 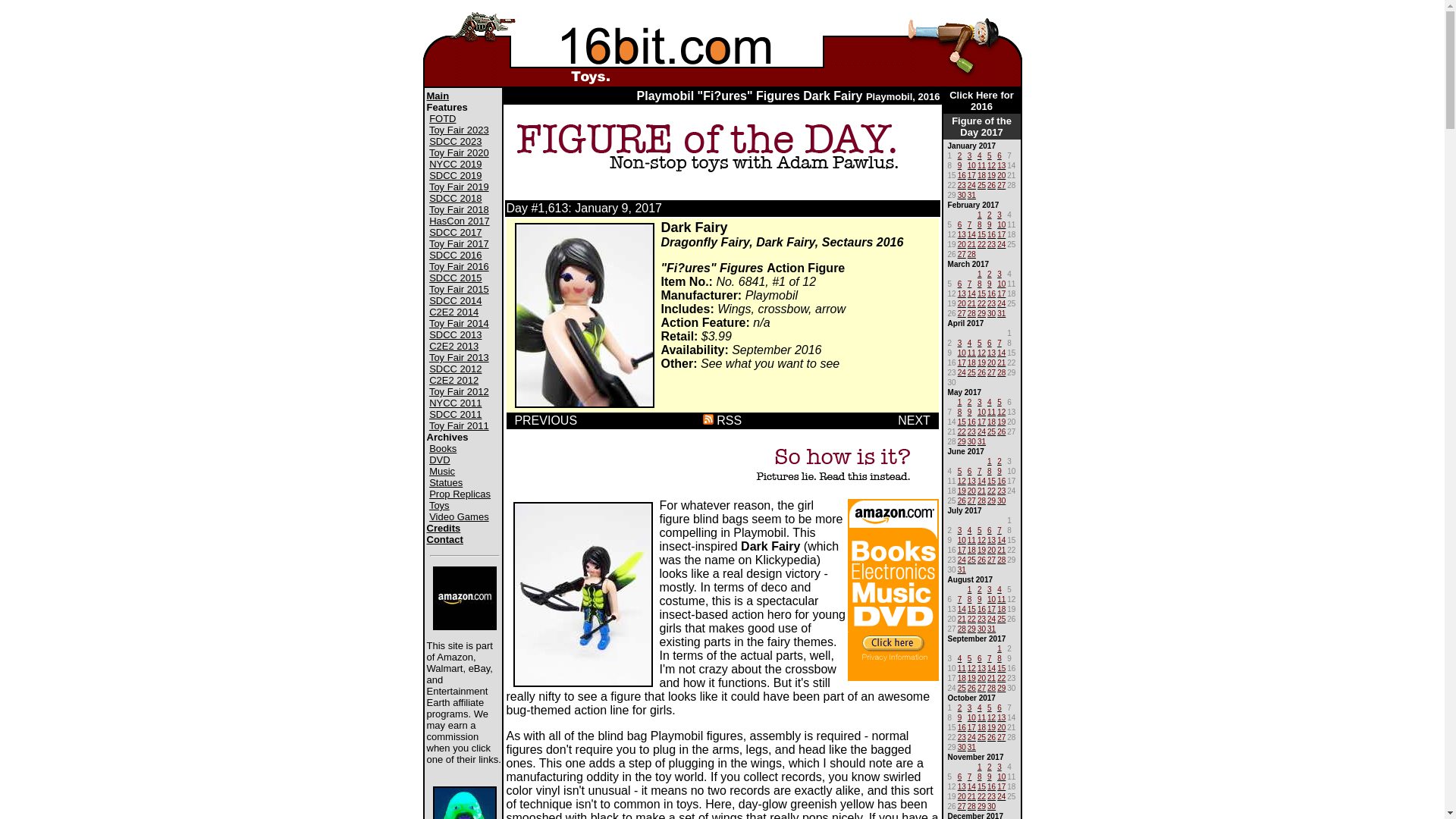 I want to click on 'Contact', so click(x=425, y=538).